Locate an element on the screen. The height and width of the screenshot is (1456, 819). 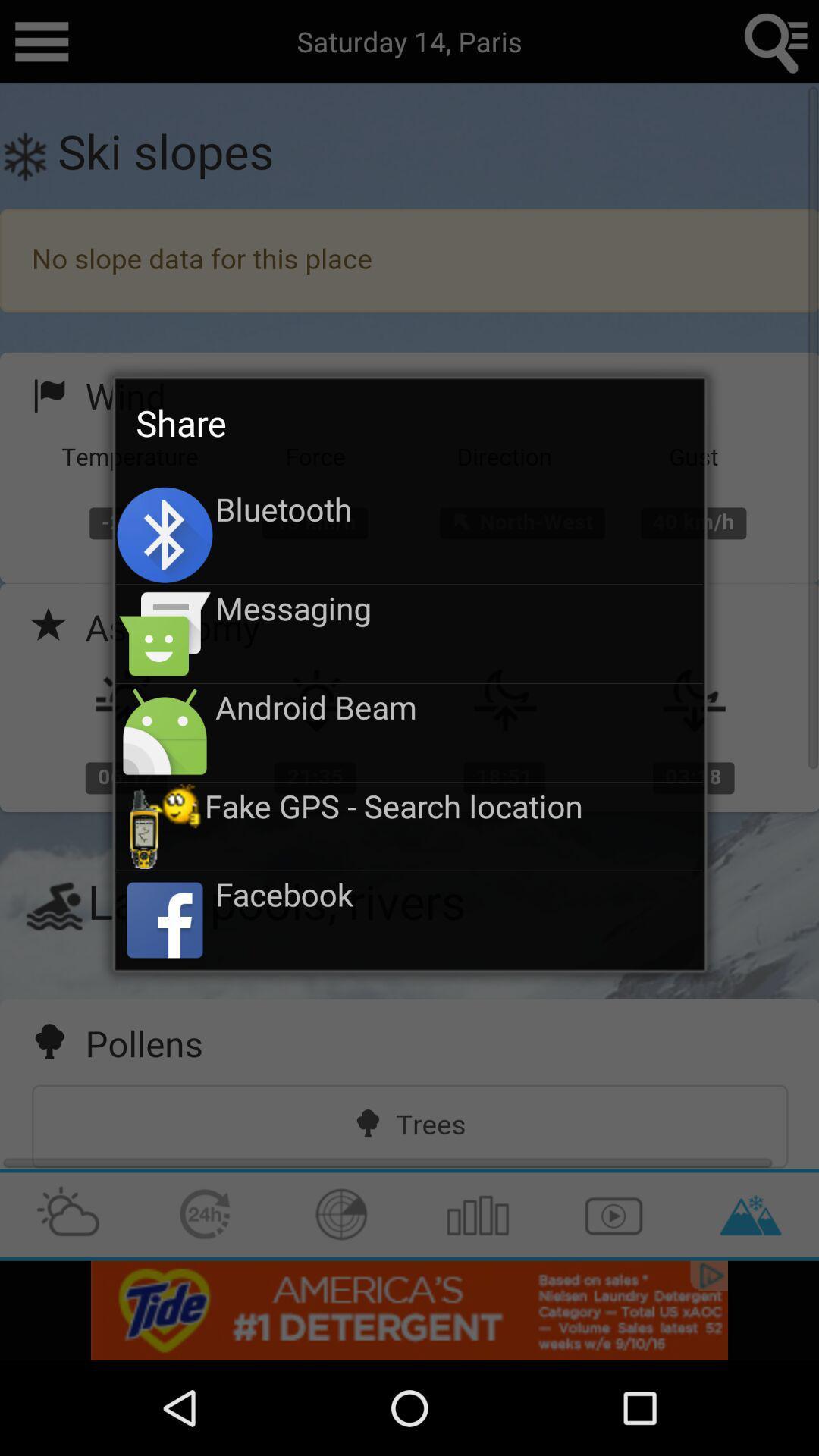
the fake gps search is located at coordinates (453, 805).